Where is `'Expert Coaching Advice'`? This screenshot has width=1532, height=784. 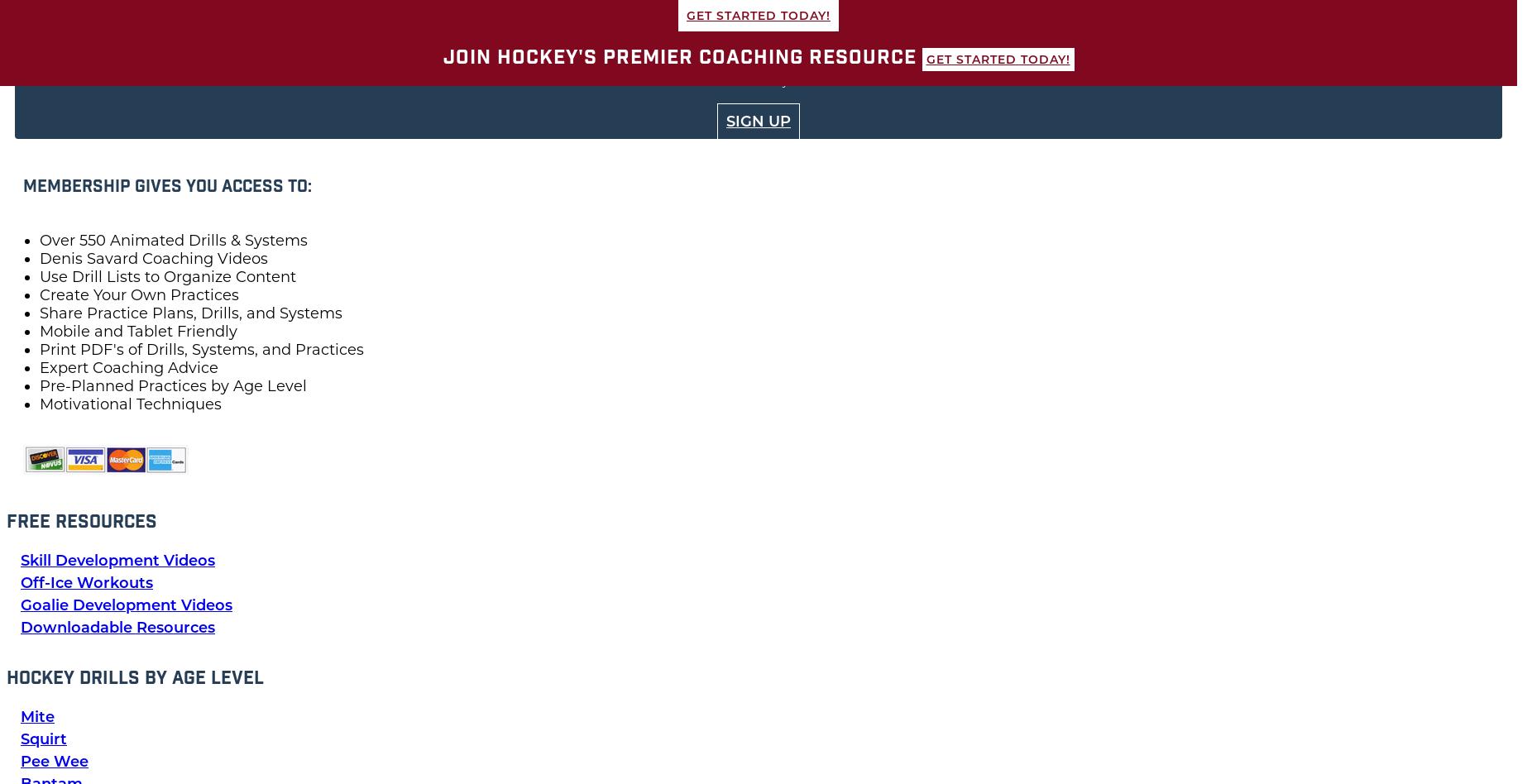 'Expert Coaching Advice' is located at coordinates (127, 366).